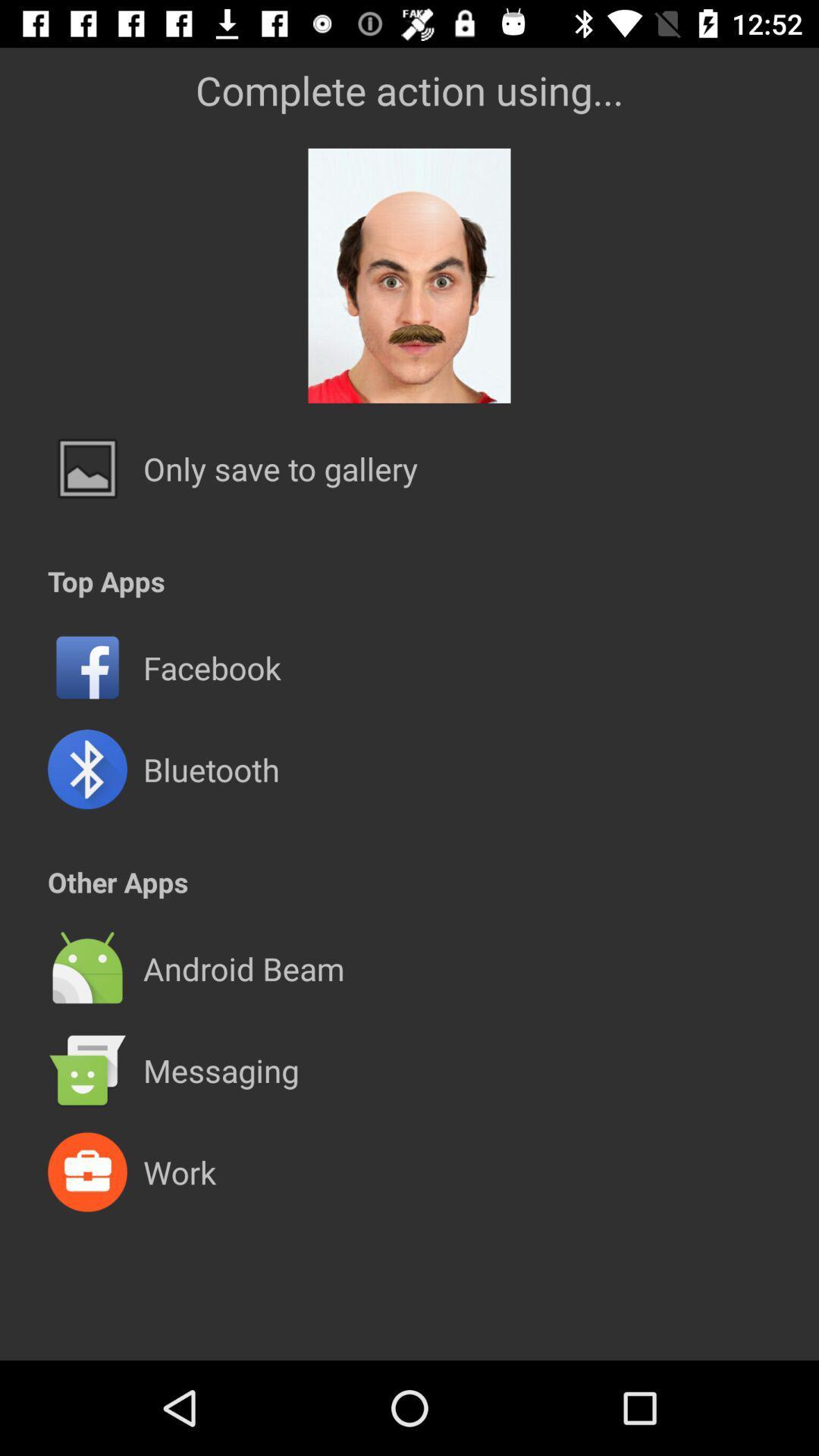  Describe the element at coordinates (178, 1171) in the screenshot. I see `work` at that location.